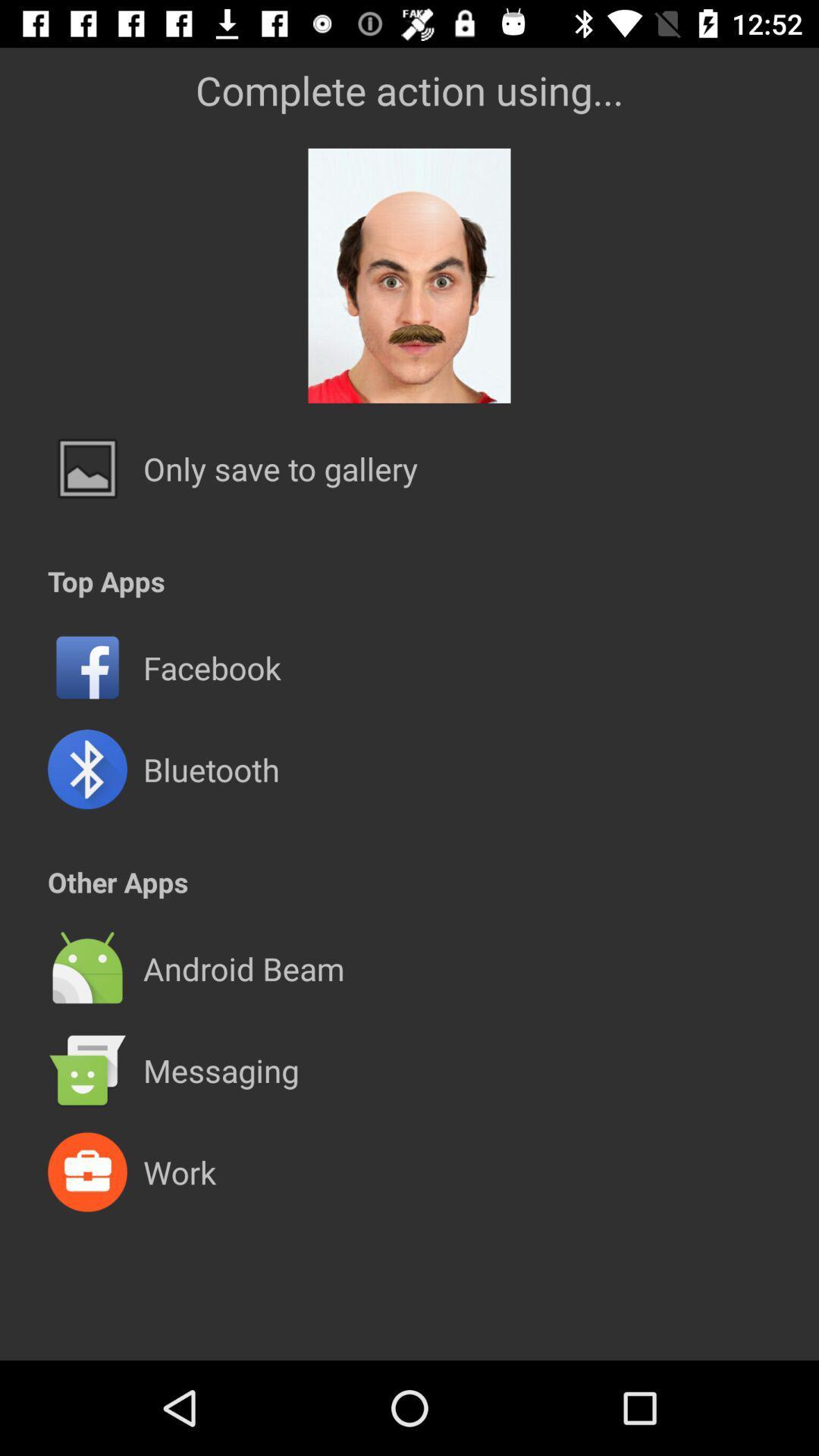  Describe the element at coordinates (178, 1171) in the screenshot. I see `work` at that location.